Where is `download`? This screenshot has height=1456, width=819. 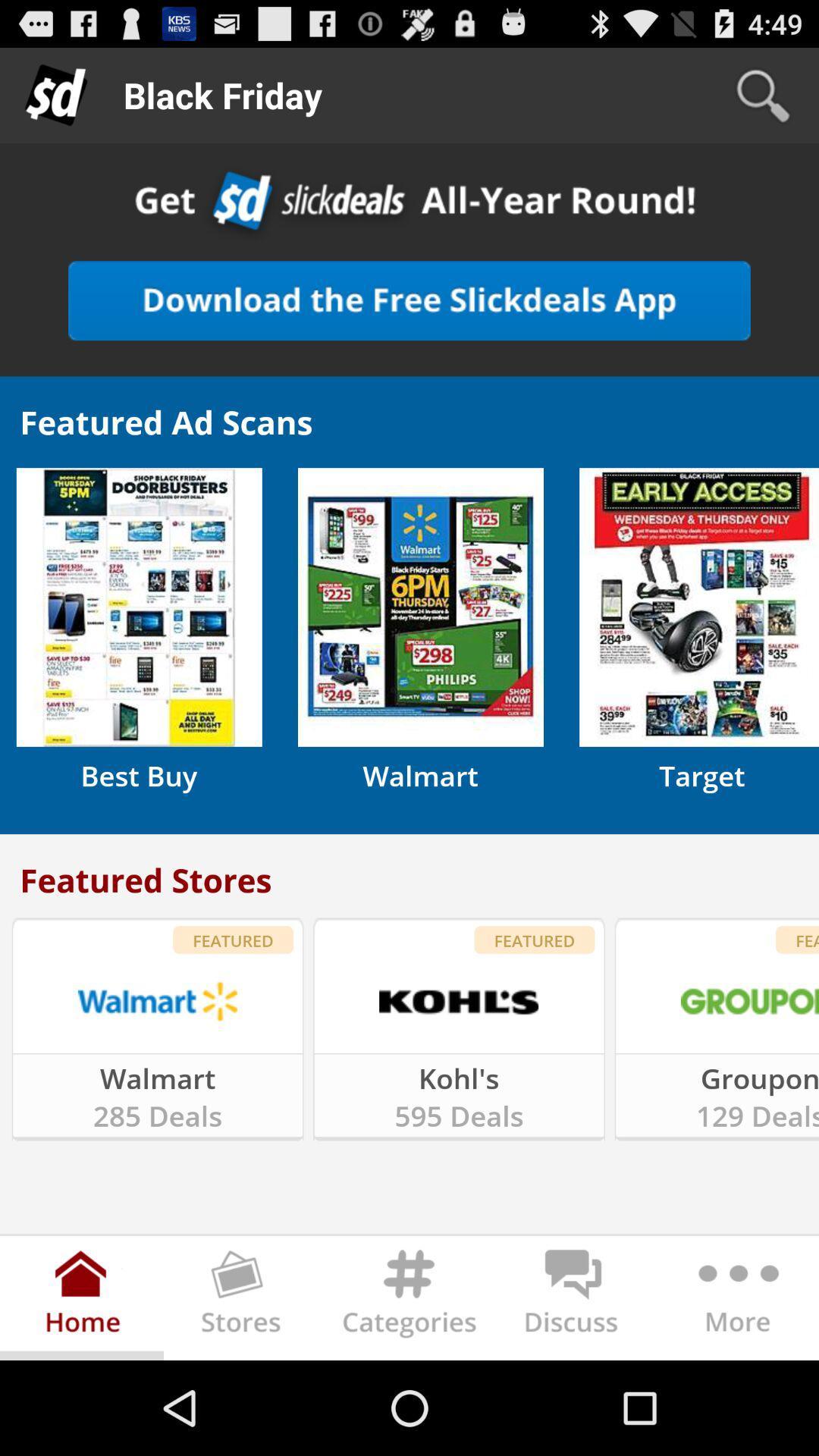 download is located at coordinates (409, 300).